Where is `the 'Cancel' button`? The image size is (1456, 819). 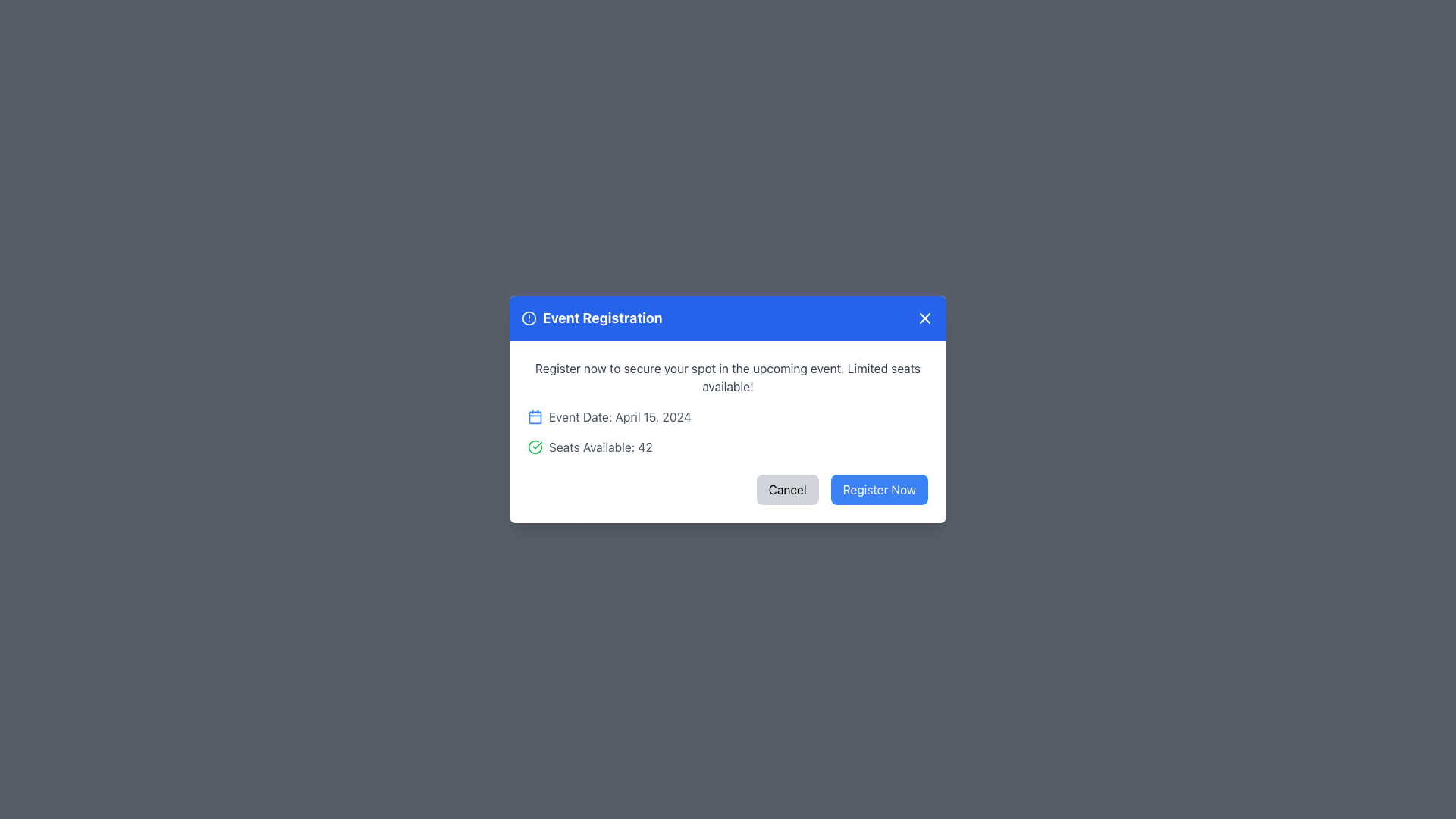 the 'Cancel' button is located at coordinates (787, 489).